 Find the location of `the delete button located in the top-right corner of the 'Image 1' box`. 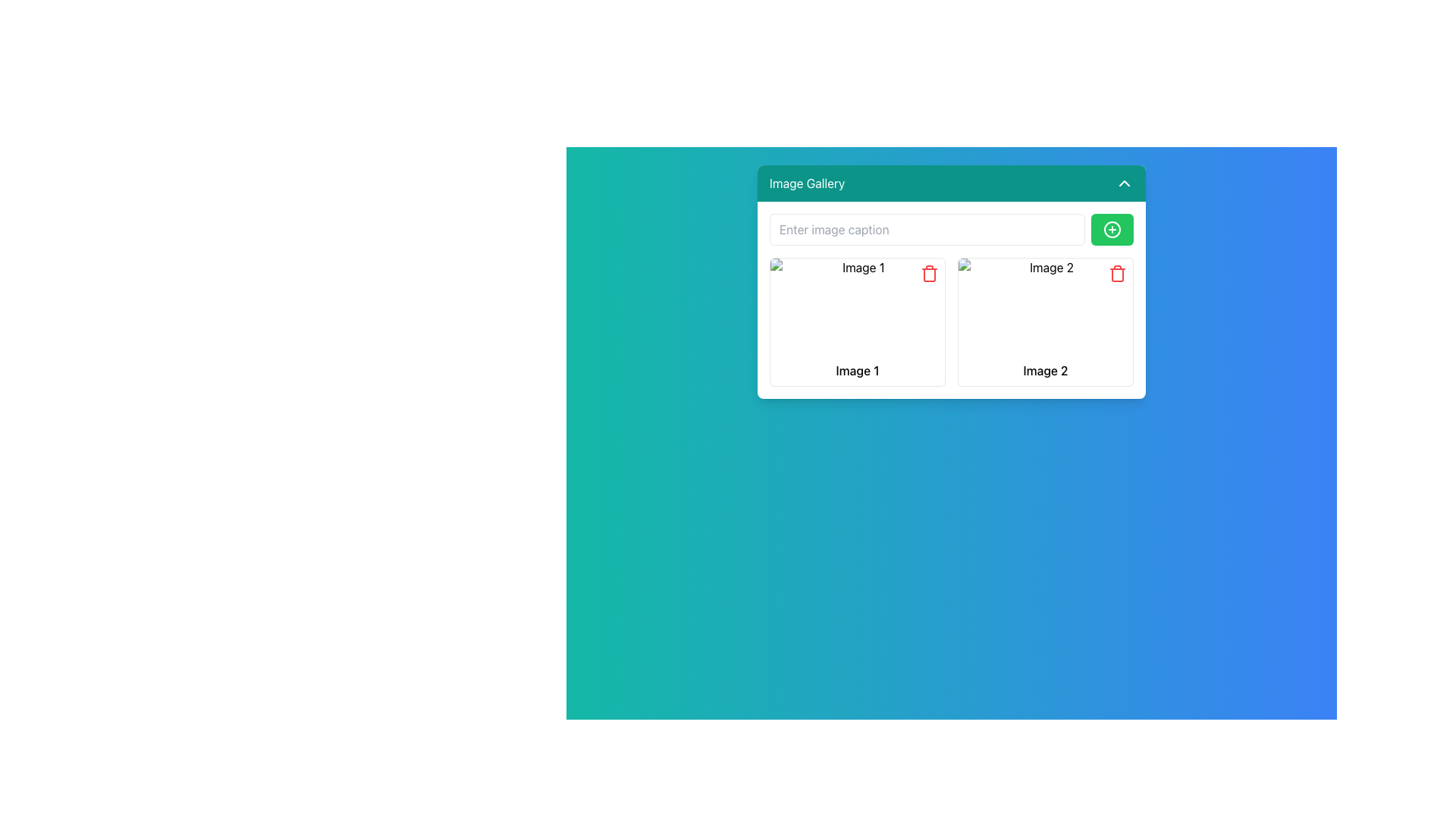

the delete button located in the top-right corner of the 'Image 1' box is located at coordinates (928, 275).